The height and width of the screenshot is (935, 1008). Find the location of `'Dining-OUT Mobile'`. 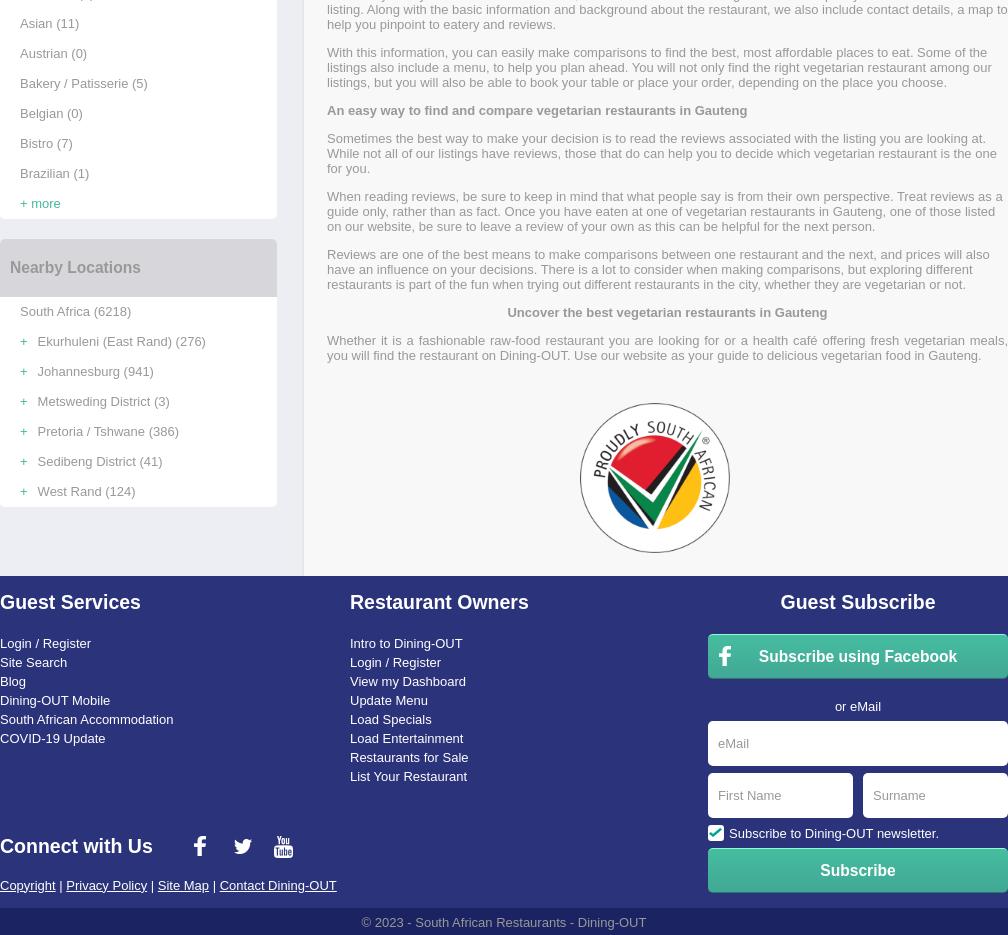

'Dining-OUT Mobile' is located at coordinates (0, 698).